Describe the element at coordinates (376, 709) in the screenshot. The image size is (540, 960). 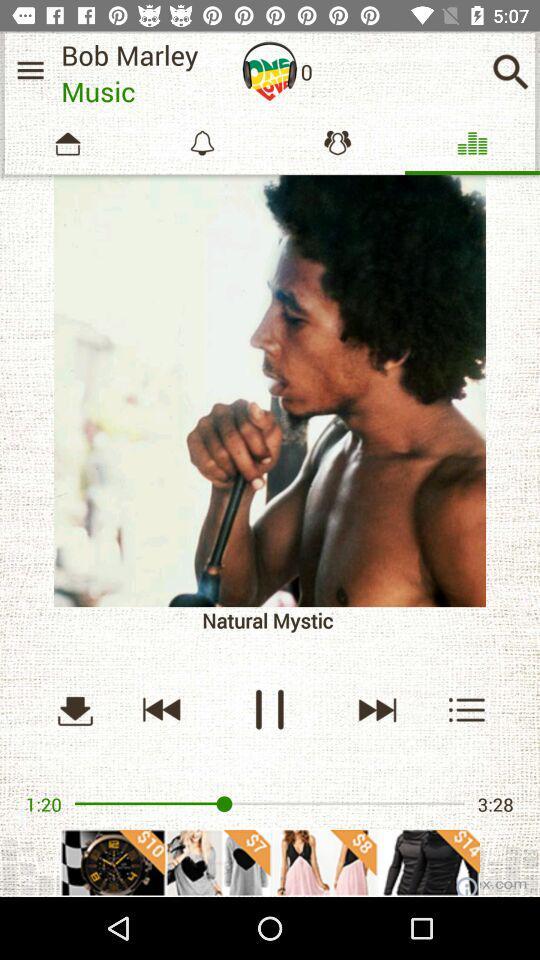
I see `musci play` at that location.